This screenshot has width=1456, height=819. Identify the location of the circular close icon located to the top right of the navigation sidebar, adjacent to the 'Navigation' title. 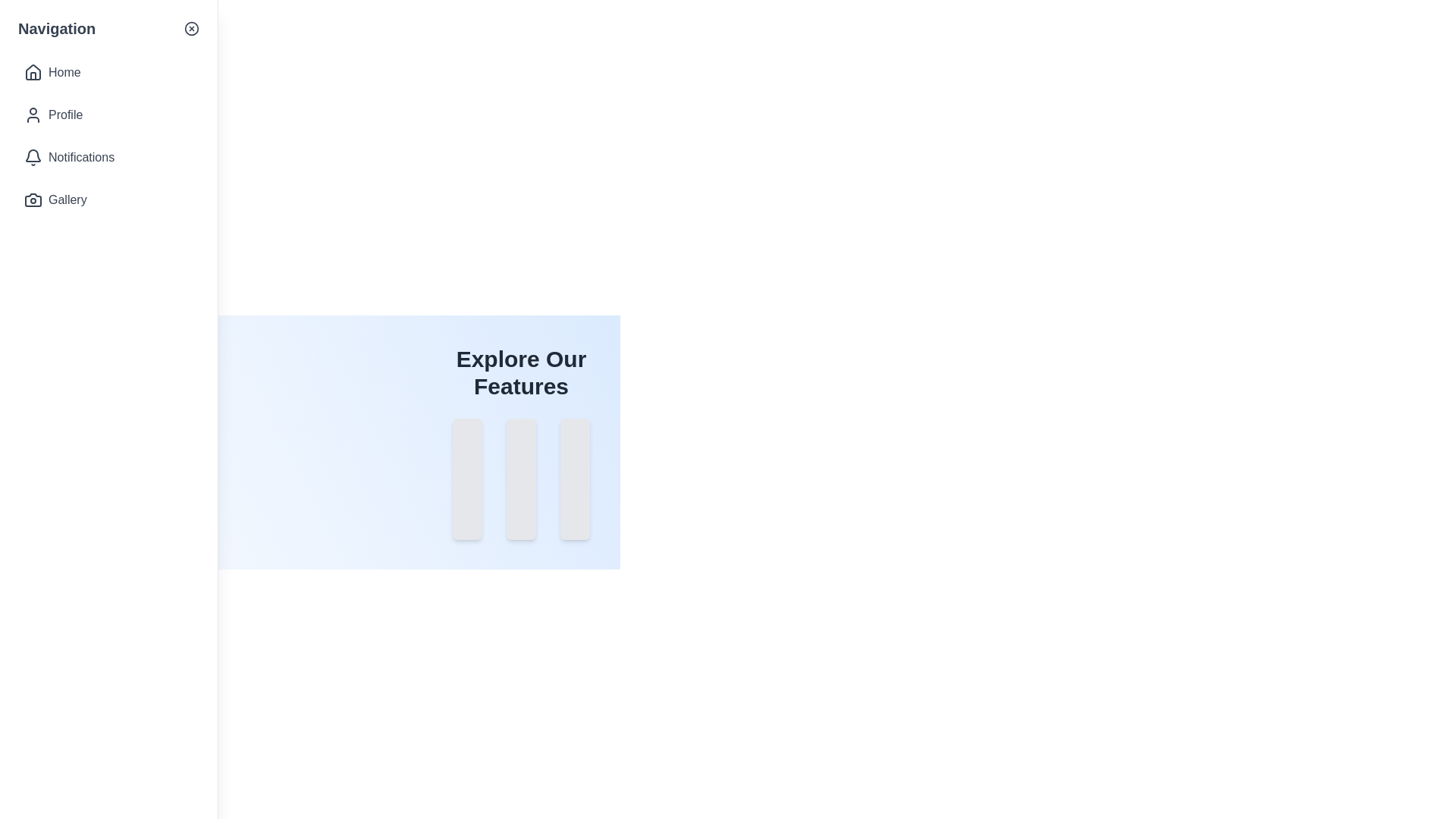
(191, 29).